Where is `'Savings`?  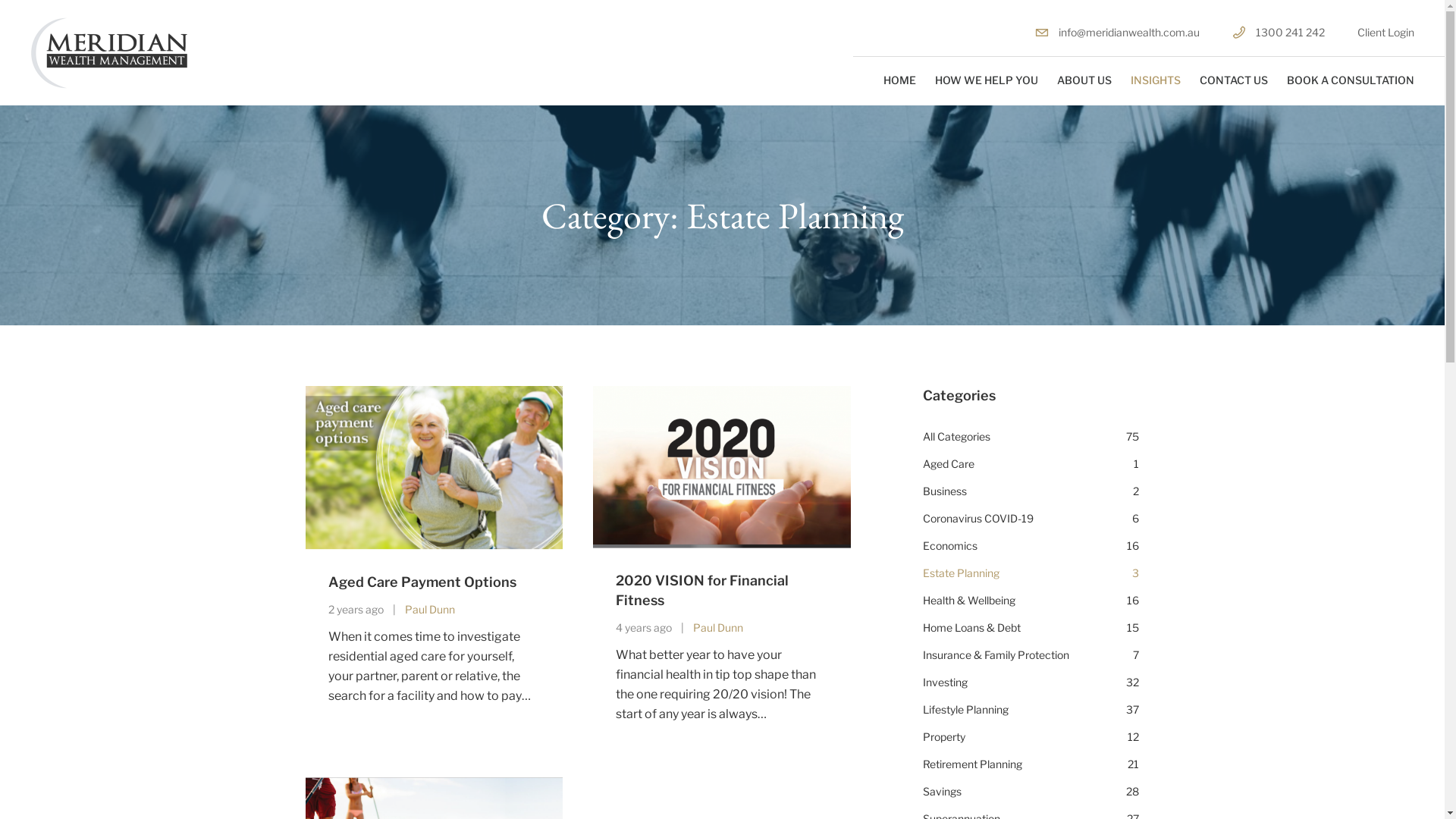
'Savings is located at coordinates (922, 791).